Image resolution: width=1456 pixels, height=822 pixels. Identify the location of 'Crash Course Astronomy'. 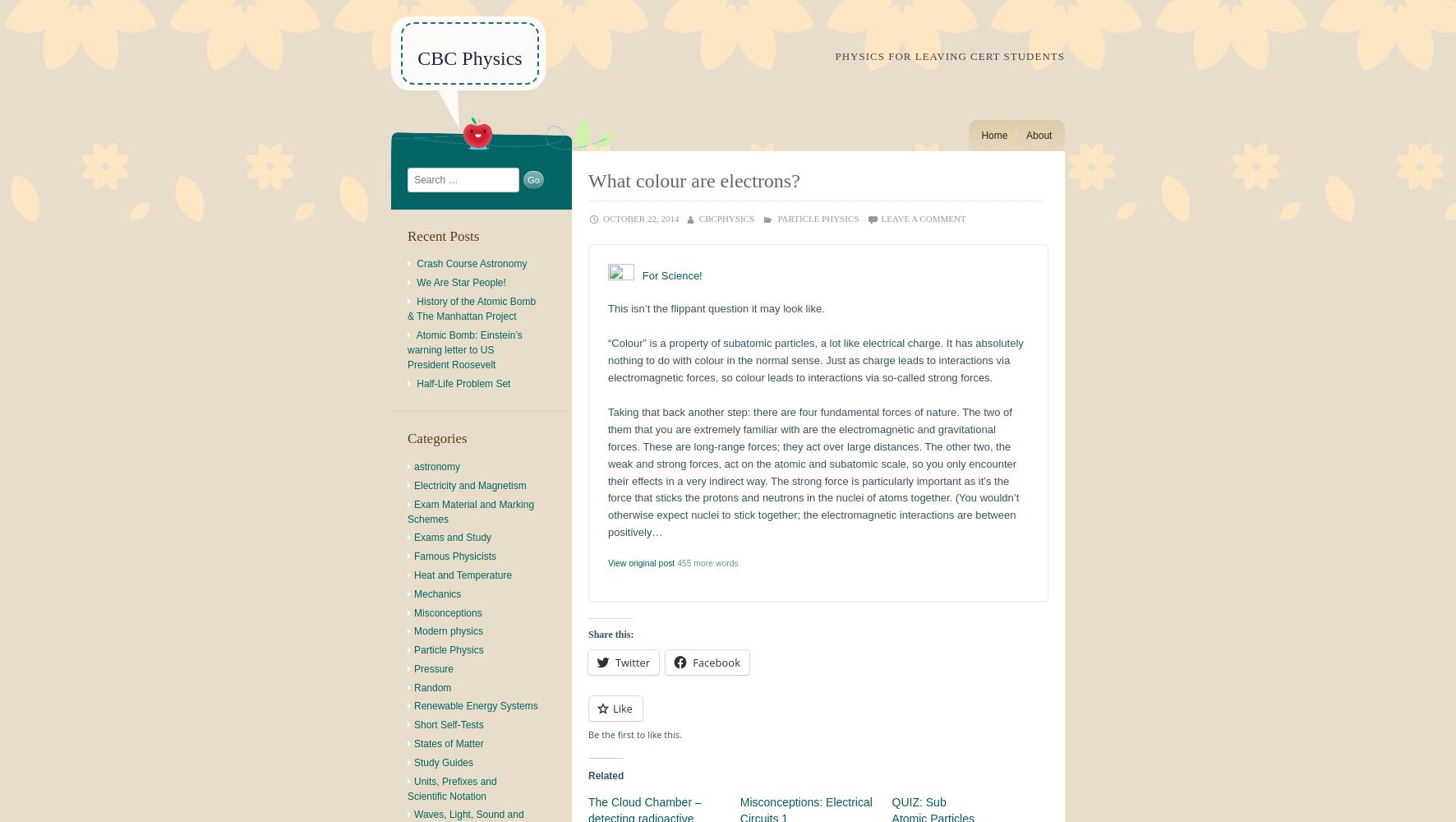
(415, 263).